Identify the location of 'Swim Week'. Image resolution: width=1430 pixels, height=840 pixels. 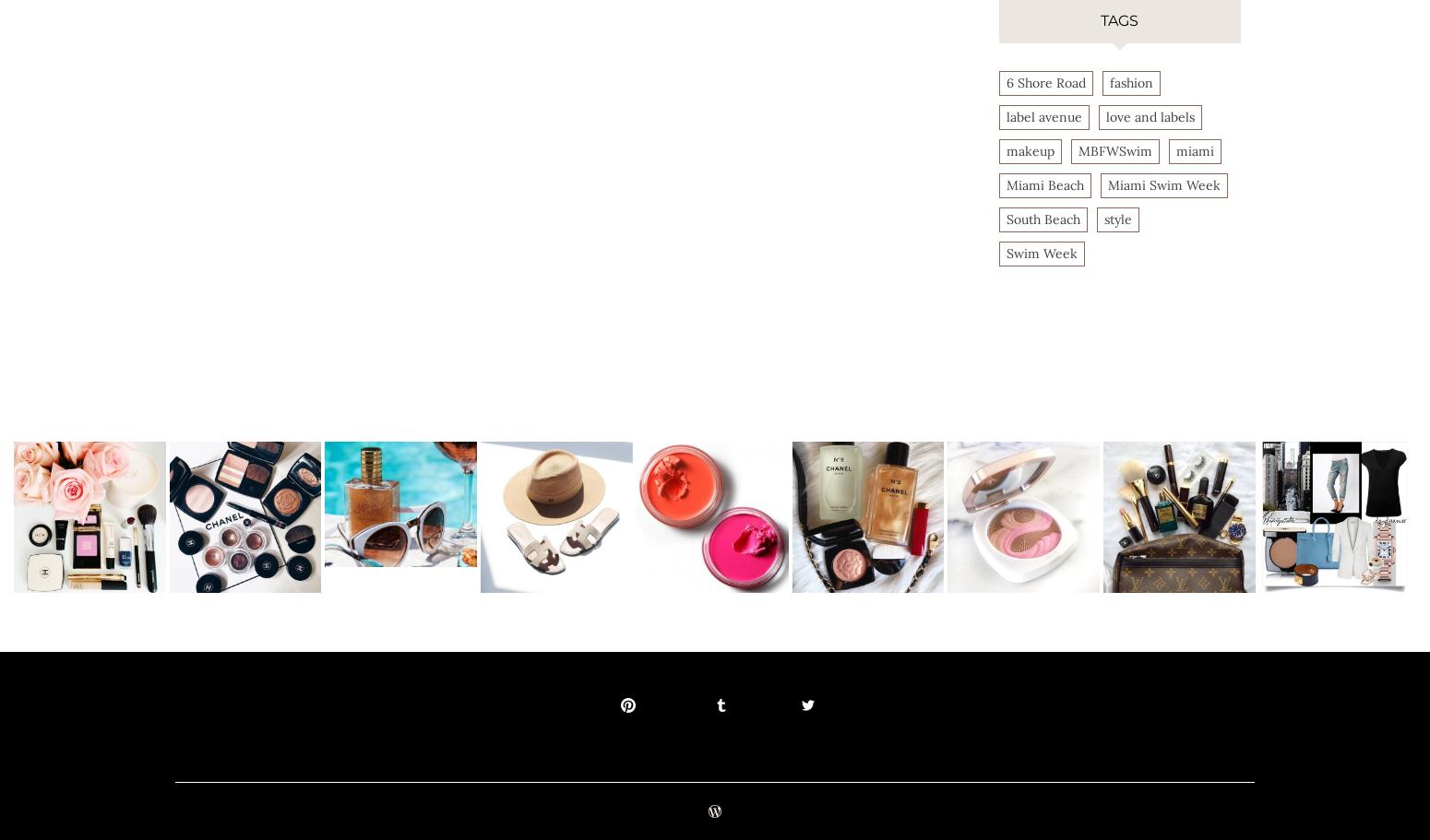
(1040, 252).